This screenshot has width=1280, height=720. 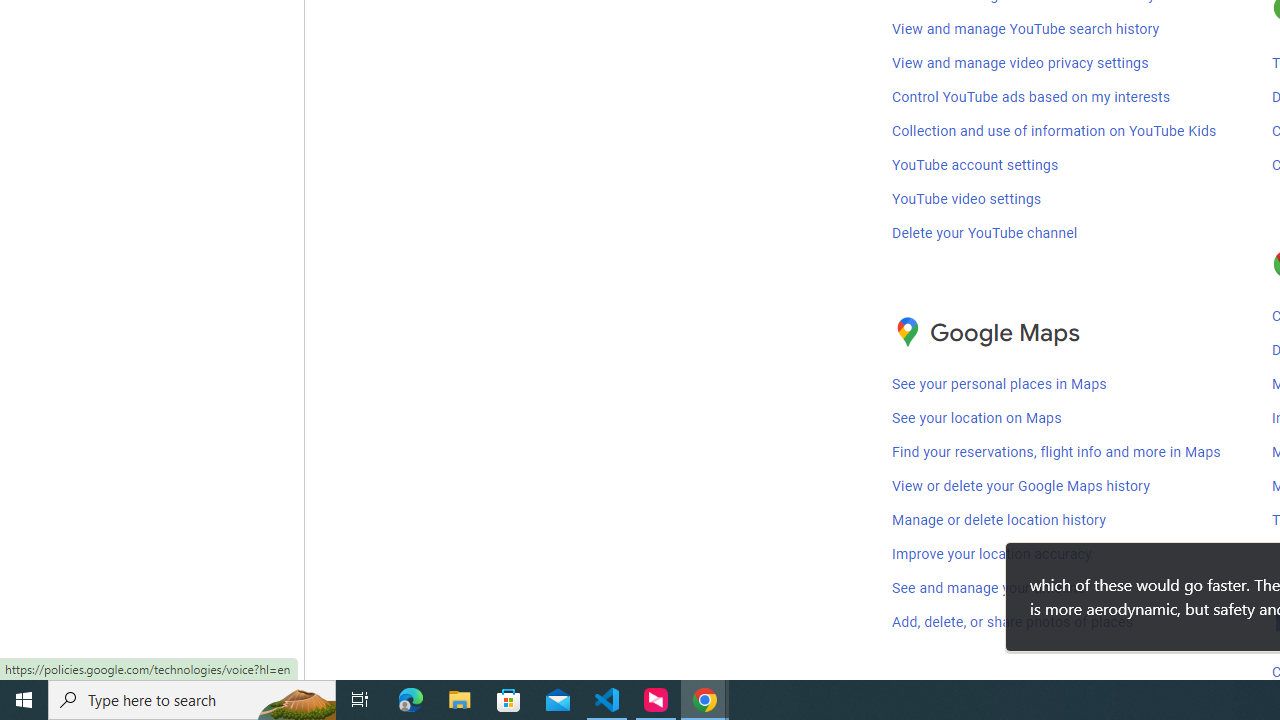 What do you see at coordinates (1055, 453) in the screenshot?
I see `'Find your reservations, flight info and more in Maps'` at bounding box center [1055, 453].